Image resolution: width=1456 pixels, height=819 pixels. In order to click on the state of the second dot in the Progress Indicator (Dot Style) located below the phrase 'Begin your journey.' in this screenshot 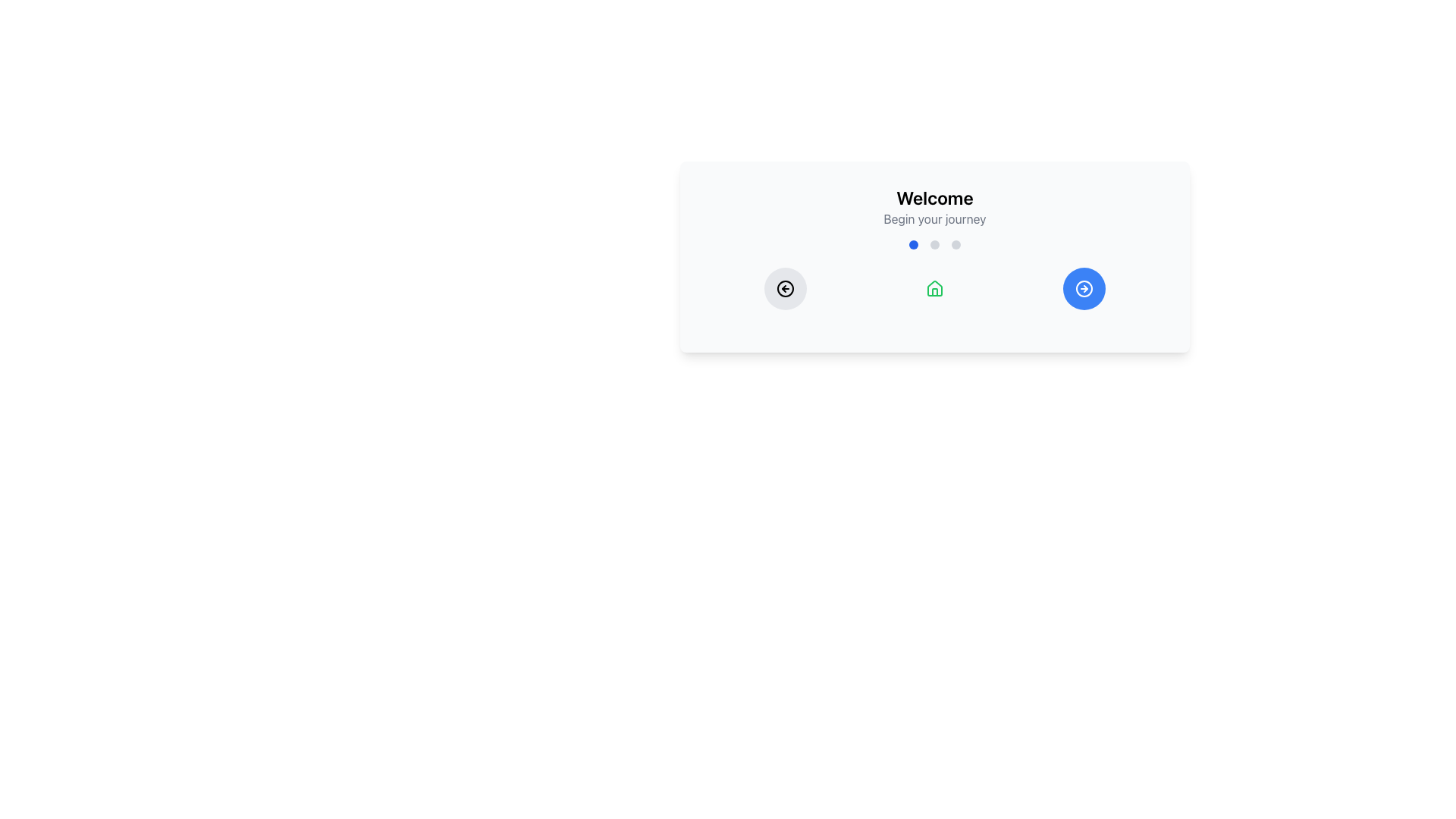, I will do `click(934, 244)`.